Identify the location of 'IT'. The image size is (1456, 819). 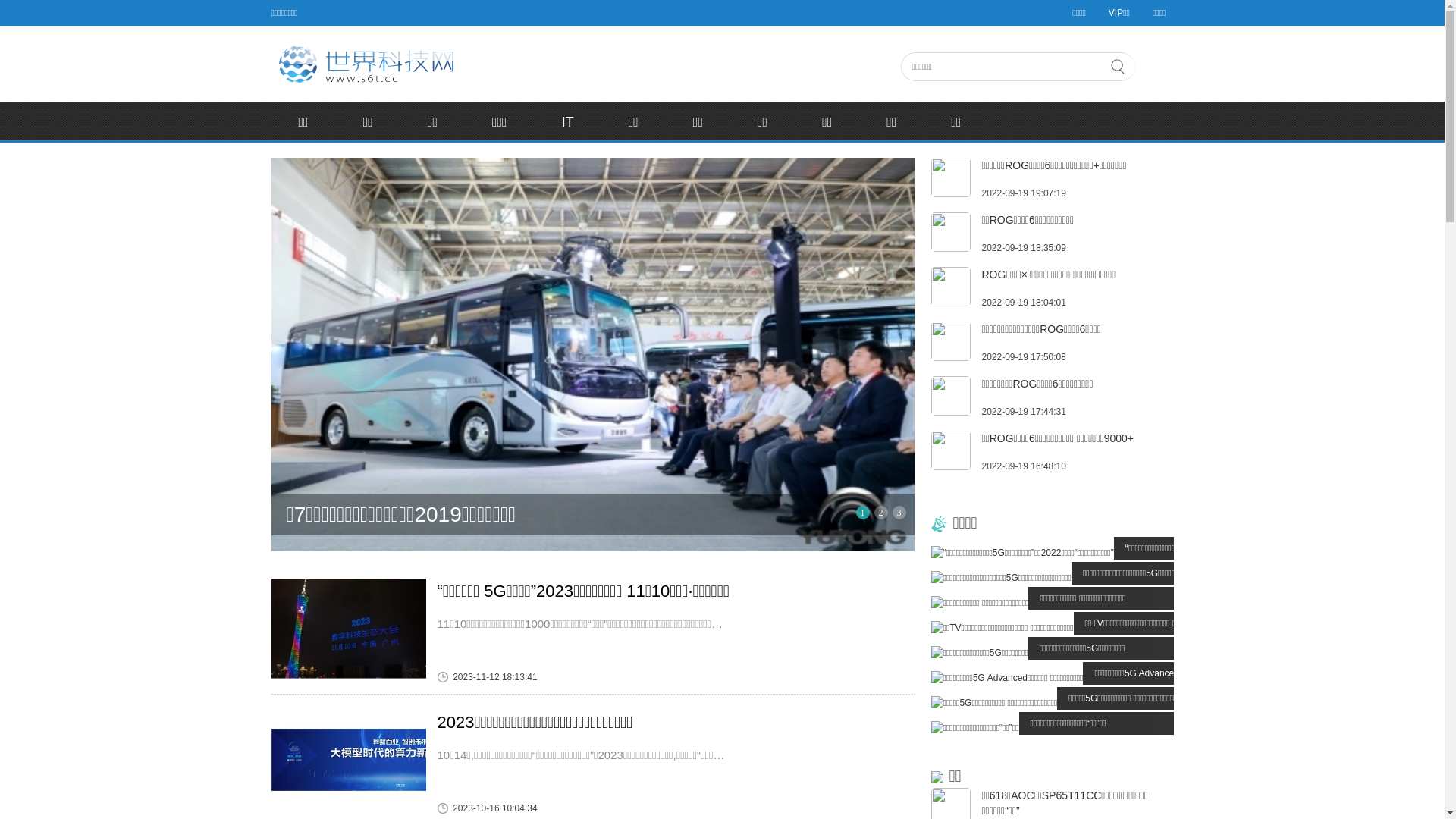
(566, 121).